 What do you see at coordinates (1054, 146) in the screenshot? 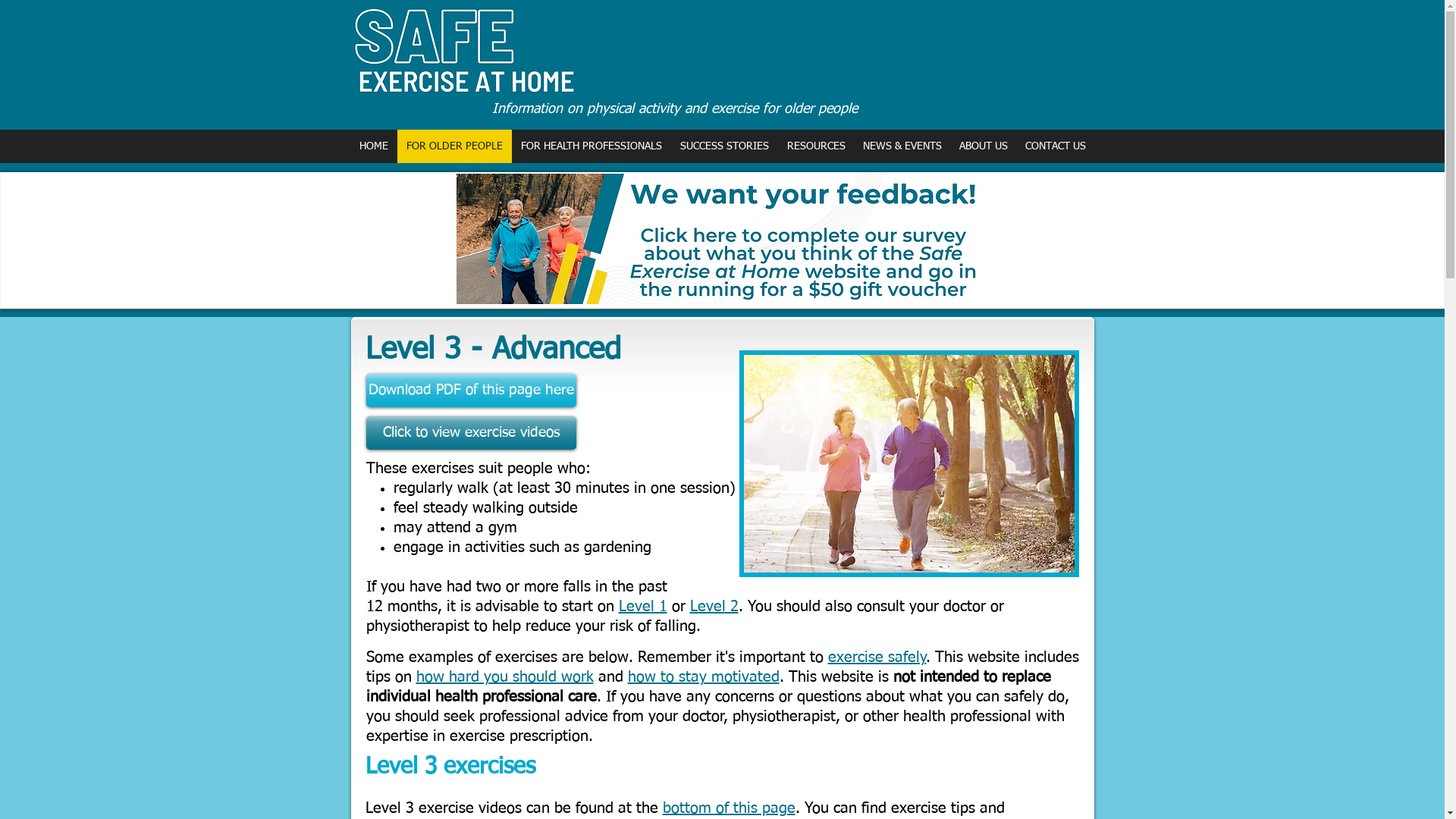
I see `'CONTACT US'` at bounding box center [1054, 146].